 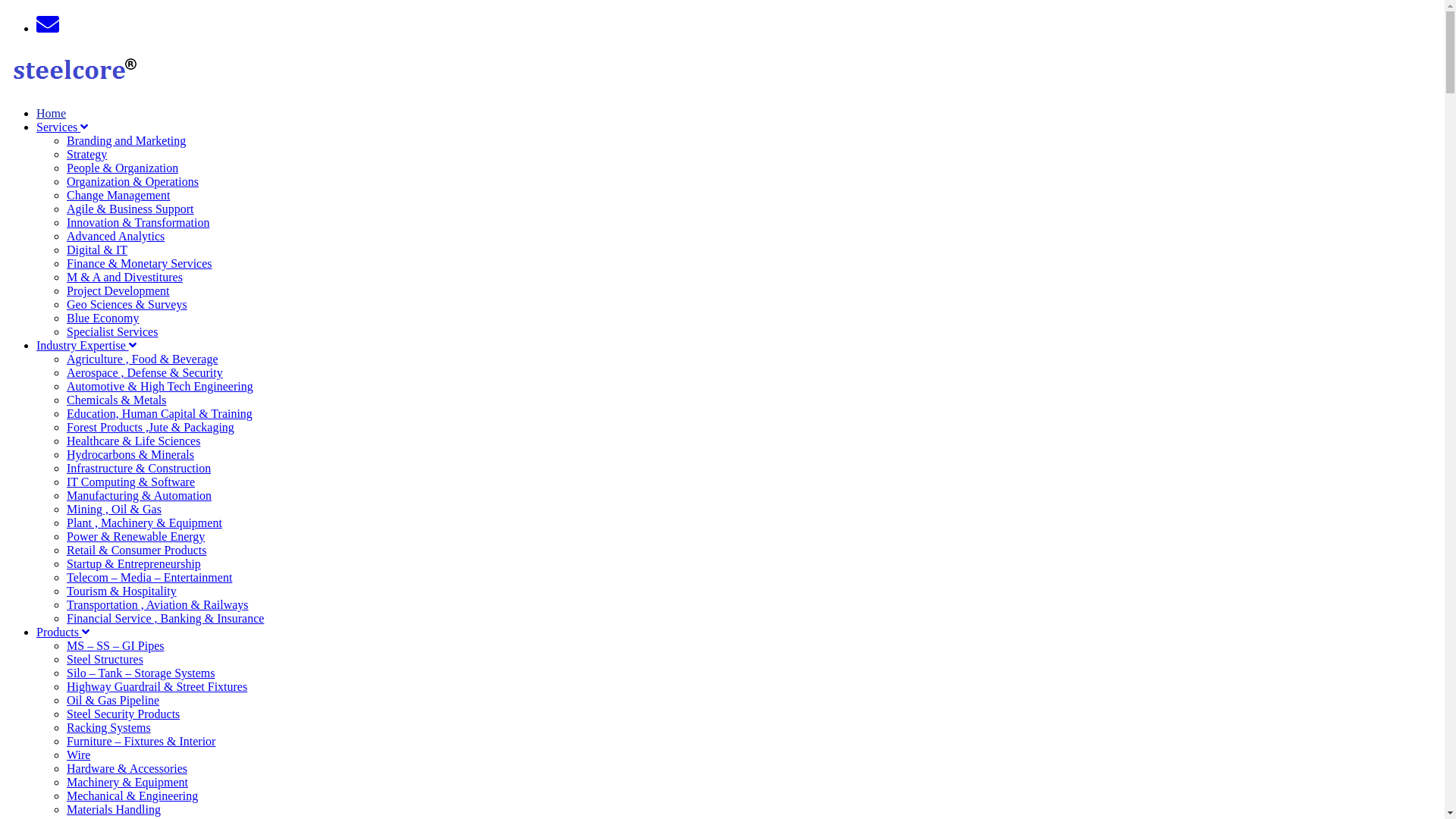 I want to click on 'Financial Service , Banking & Insurance', so click(x=65, y=618).